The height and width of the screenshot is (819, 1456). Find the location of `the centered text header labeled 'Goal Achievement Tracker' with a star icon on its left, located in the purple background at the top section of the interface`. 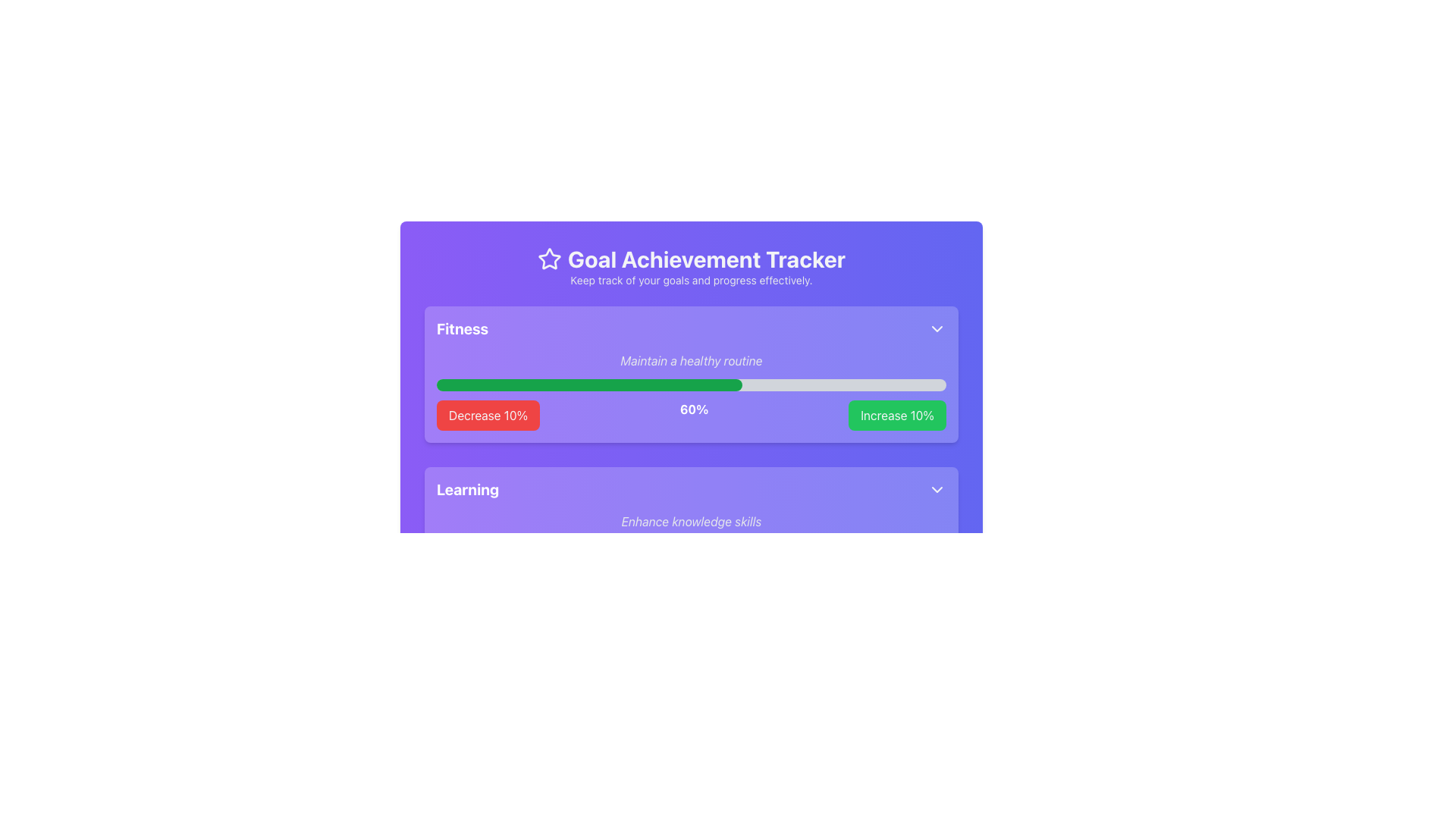

the centered text header labeled 'Goal Achievement Tracker' with a star icon on its left, located in the purple background at the top section of the interface is located at coordinates (691, 259).